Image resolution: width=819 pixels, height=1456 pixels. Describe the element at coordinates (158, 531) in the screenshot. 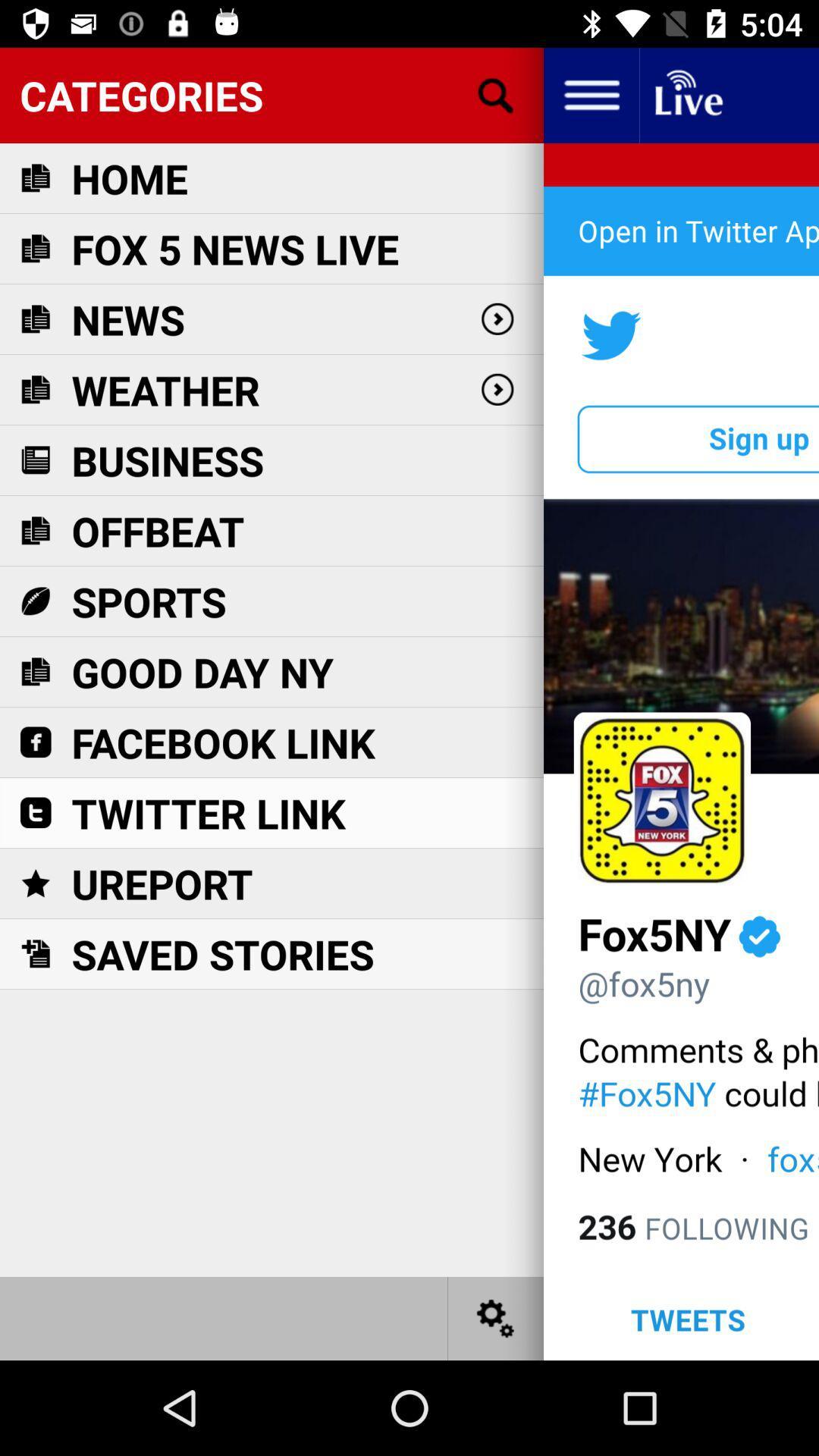

I see `the item below the business icon` at that location.